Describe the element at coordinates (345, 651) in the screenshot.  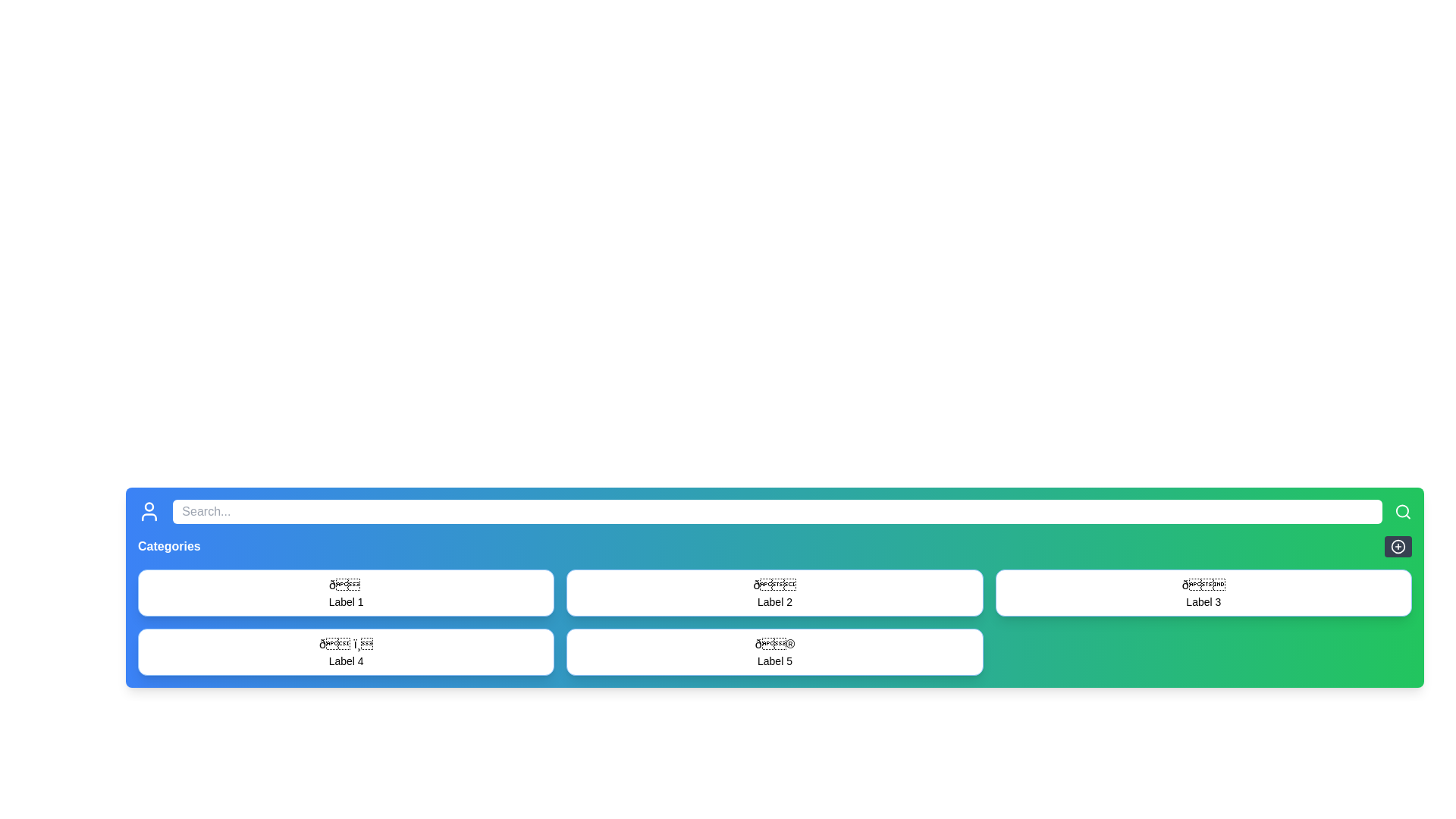
I see `the button labeled 'Label 4', which is a rectangular button with a white background and rounded corners, located in the second row and first column of a grid layout` at that location.